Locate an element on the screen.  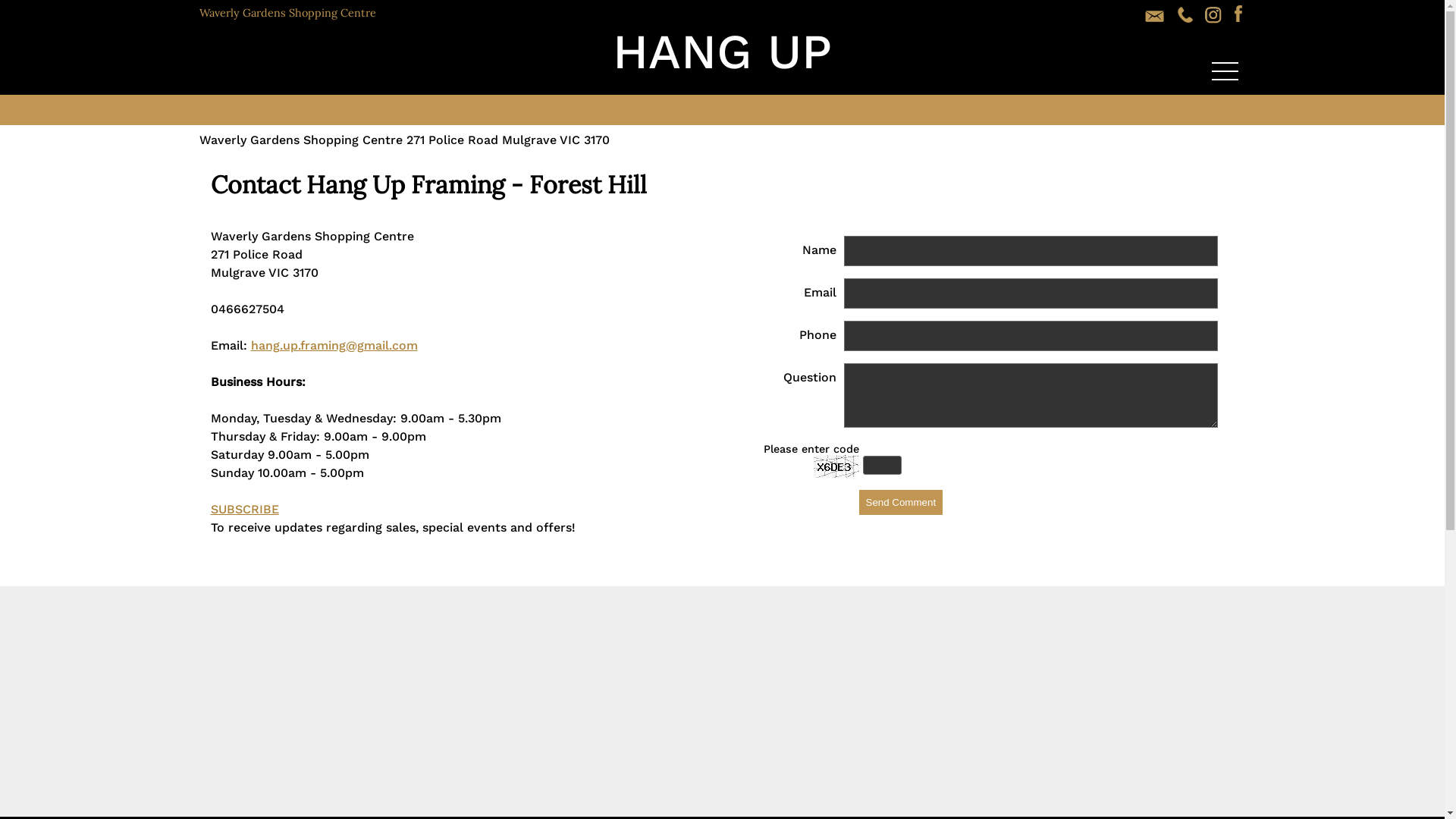
'Send Comment' is located at coordinates (858, 502).